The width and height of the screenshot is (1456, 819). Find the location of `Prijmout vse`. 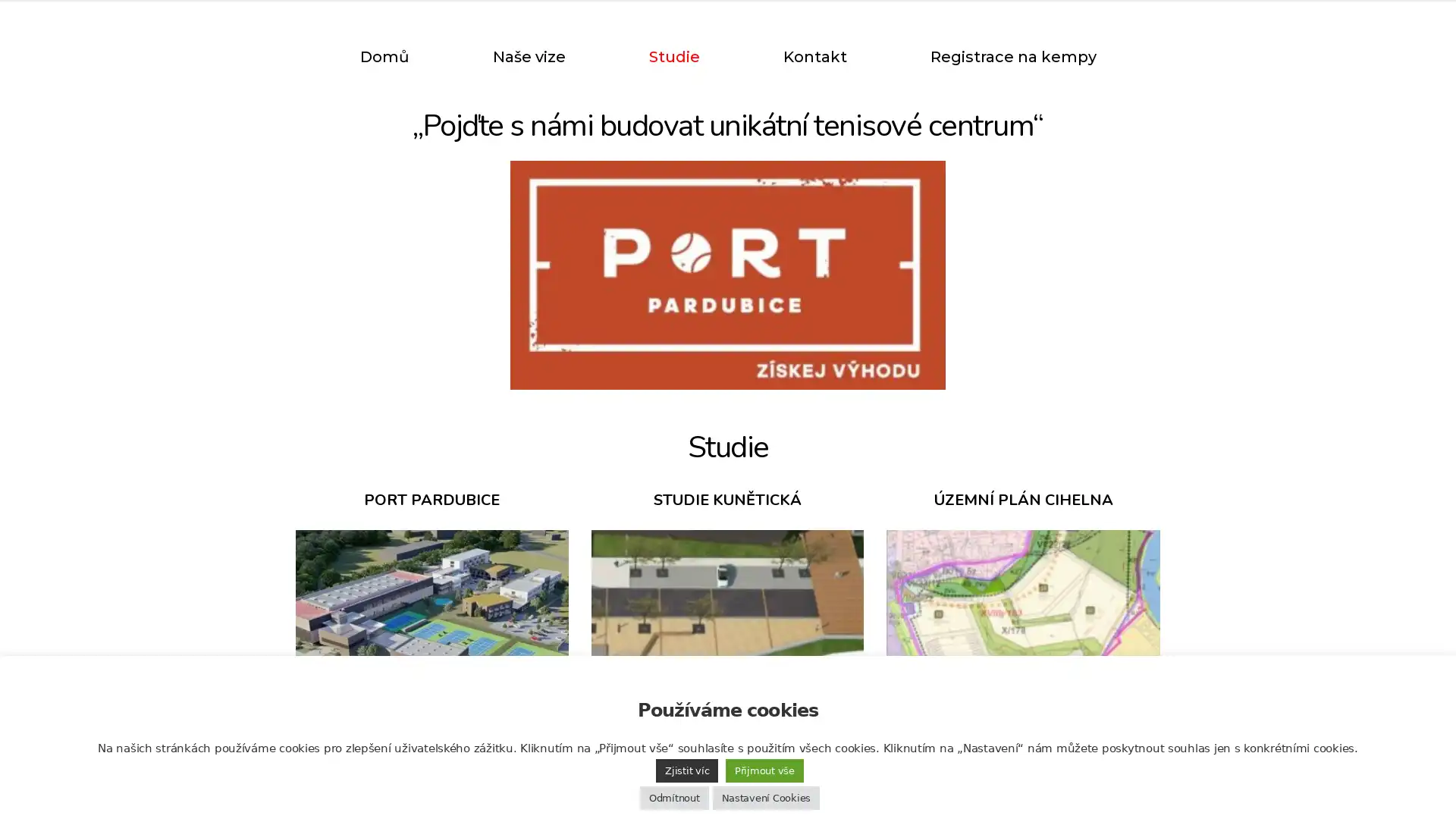

Prijmout vse is located at coordinates (764, 770).